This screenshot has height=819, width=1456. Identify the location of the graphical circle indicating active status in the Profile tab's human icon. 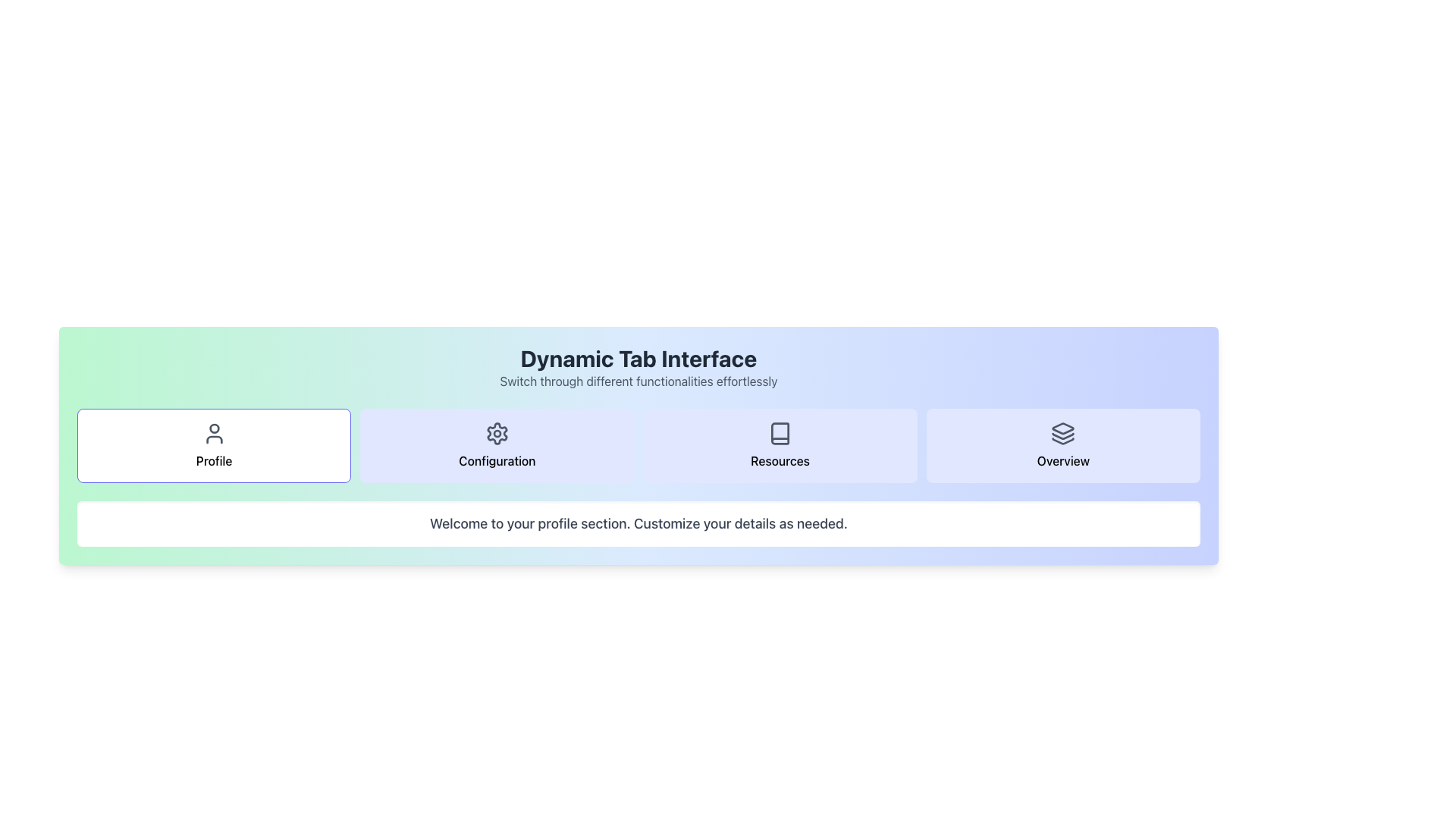
(213, 428).